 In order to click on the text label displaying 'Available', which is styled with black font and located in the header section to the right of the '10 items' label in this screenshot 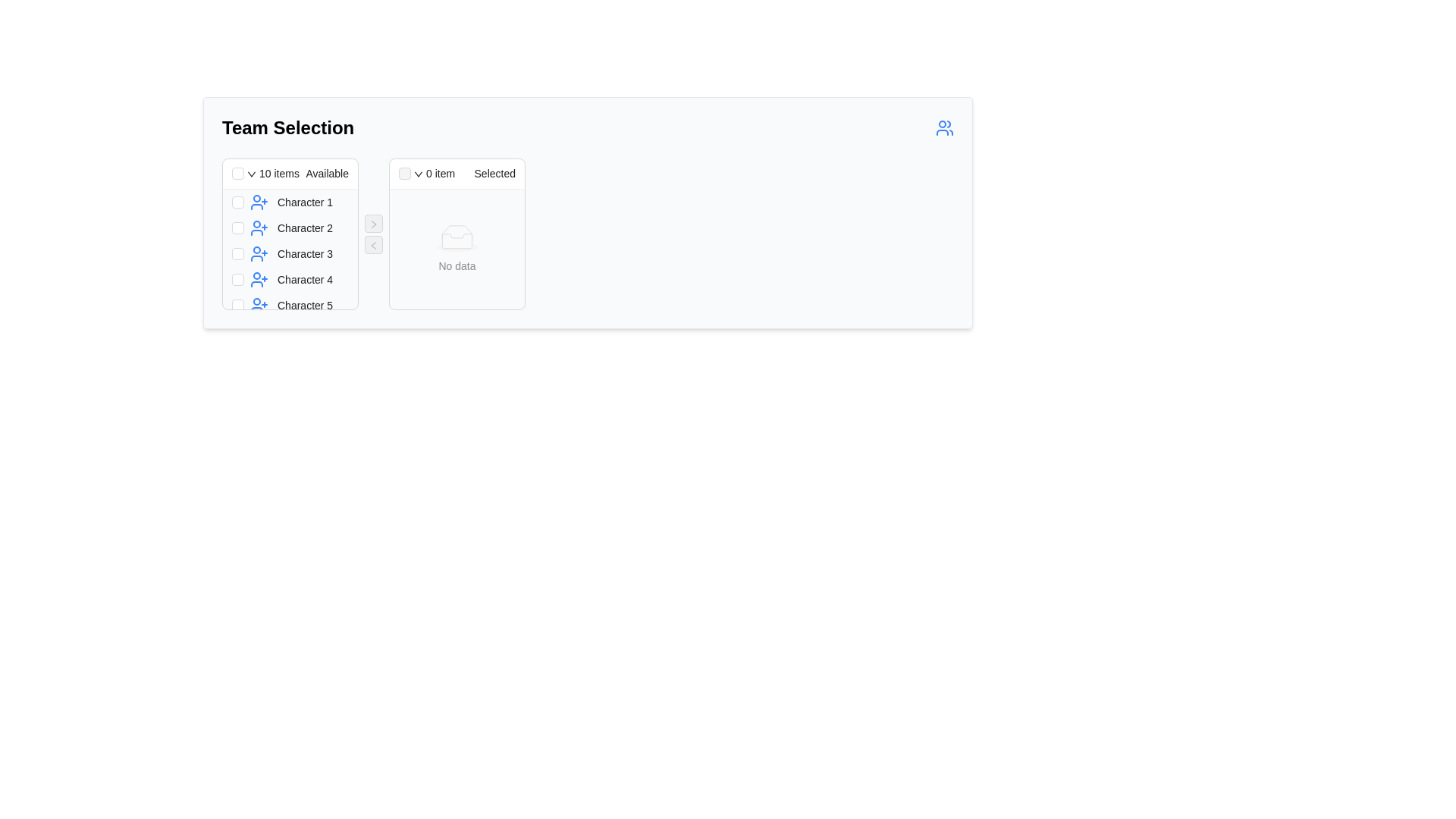, I will do `click(325, 172)`.